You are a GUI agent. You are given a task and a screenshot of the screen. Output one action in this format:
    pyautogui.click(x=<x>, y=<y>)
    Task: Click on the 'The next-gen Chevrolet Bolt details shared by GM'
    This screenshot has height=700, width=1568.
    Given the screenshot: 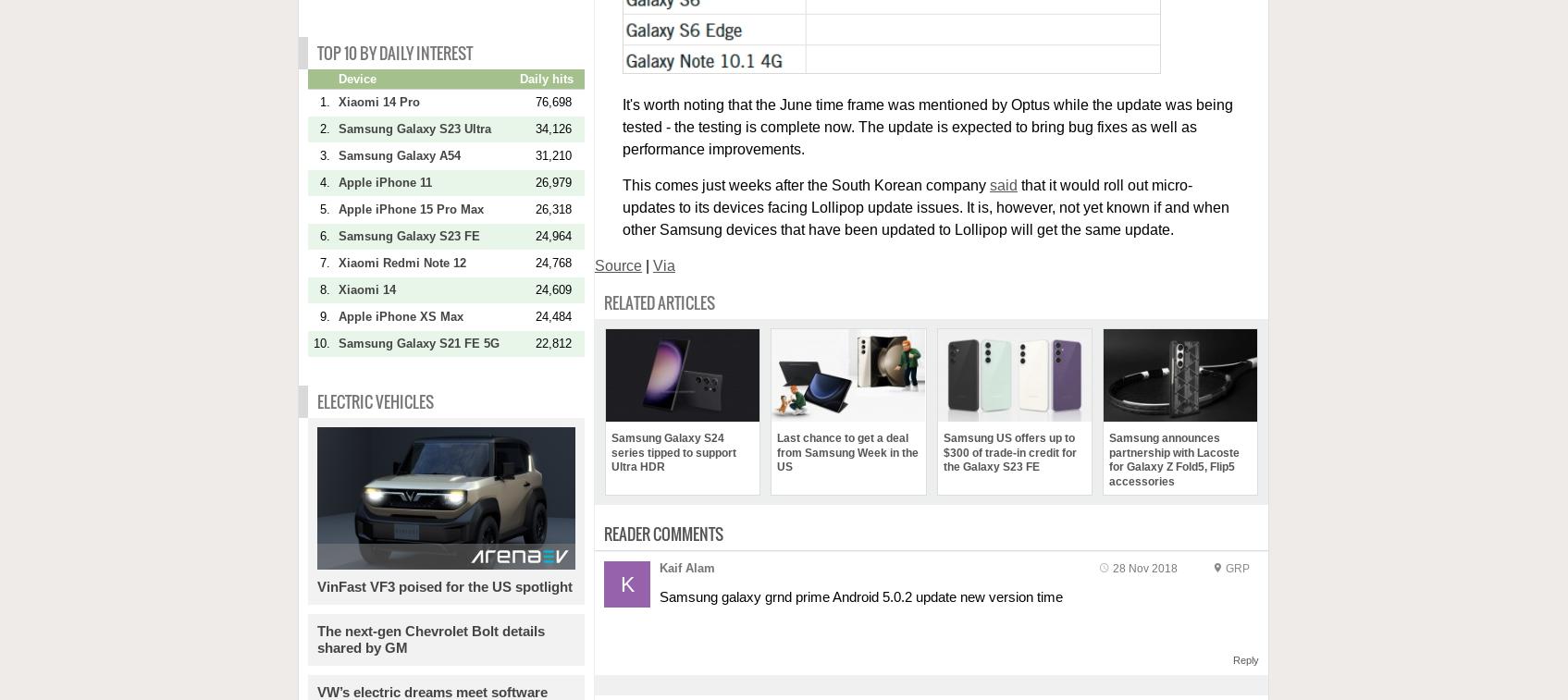 What is the action you would take?
    pyautogui.click(x=316, y=638)
    